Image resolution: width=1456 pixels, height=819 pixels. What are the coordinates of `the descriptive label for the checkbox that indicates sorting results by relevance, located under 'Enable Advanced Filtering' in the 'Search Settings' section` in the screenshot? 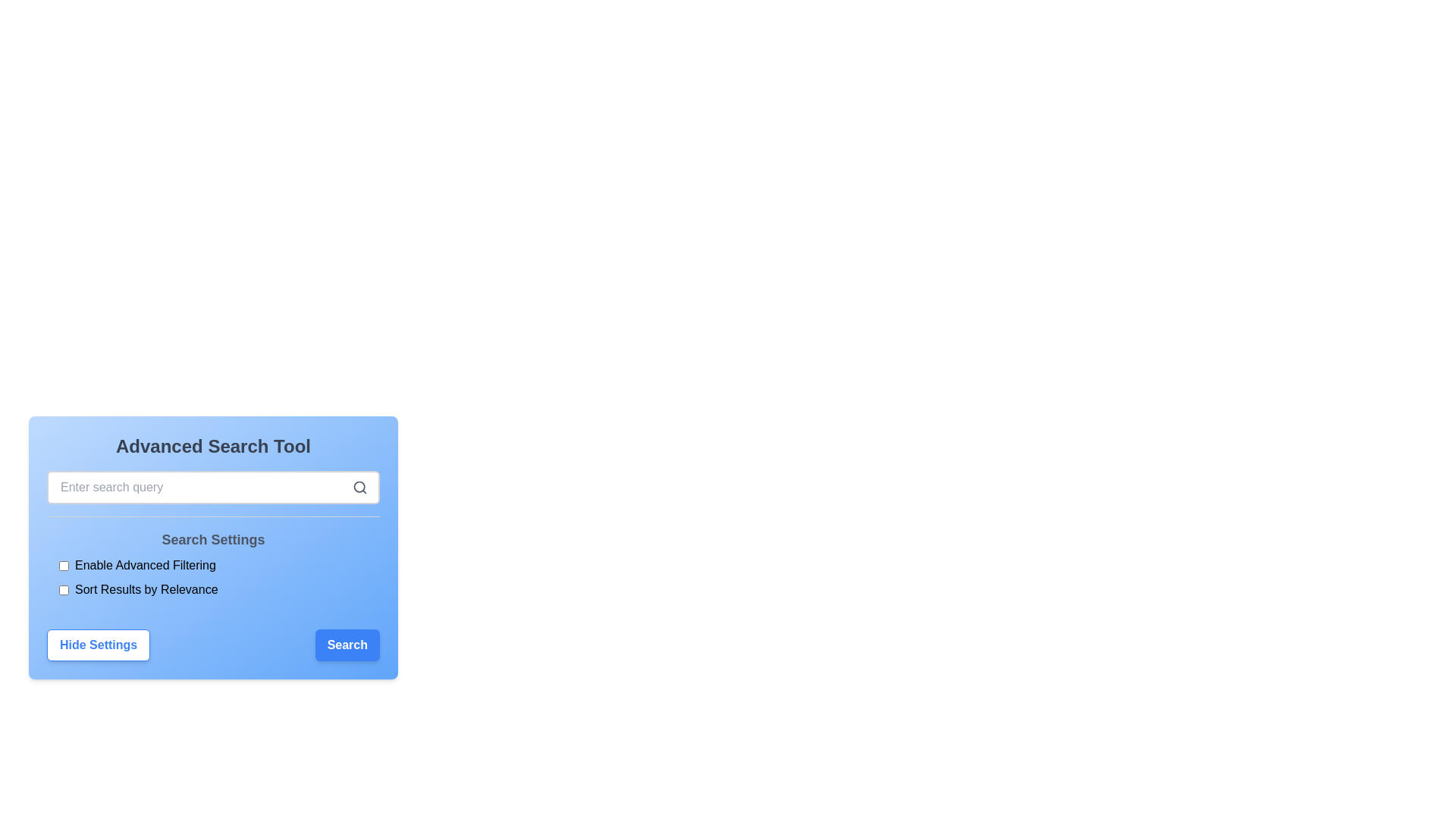 It's located at (146, 589).